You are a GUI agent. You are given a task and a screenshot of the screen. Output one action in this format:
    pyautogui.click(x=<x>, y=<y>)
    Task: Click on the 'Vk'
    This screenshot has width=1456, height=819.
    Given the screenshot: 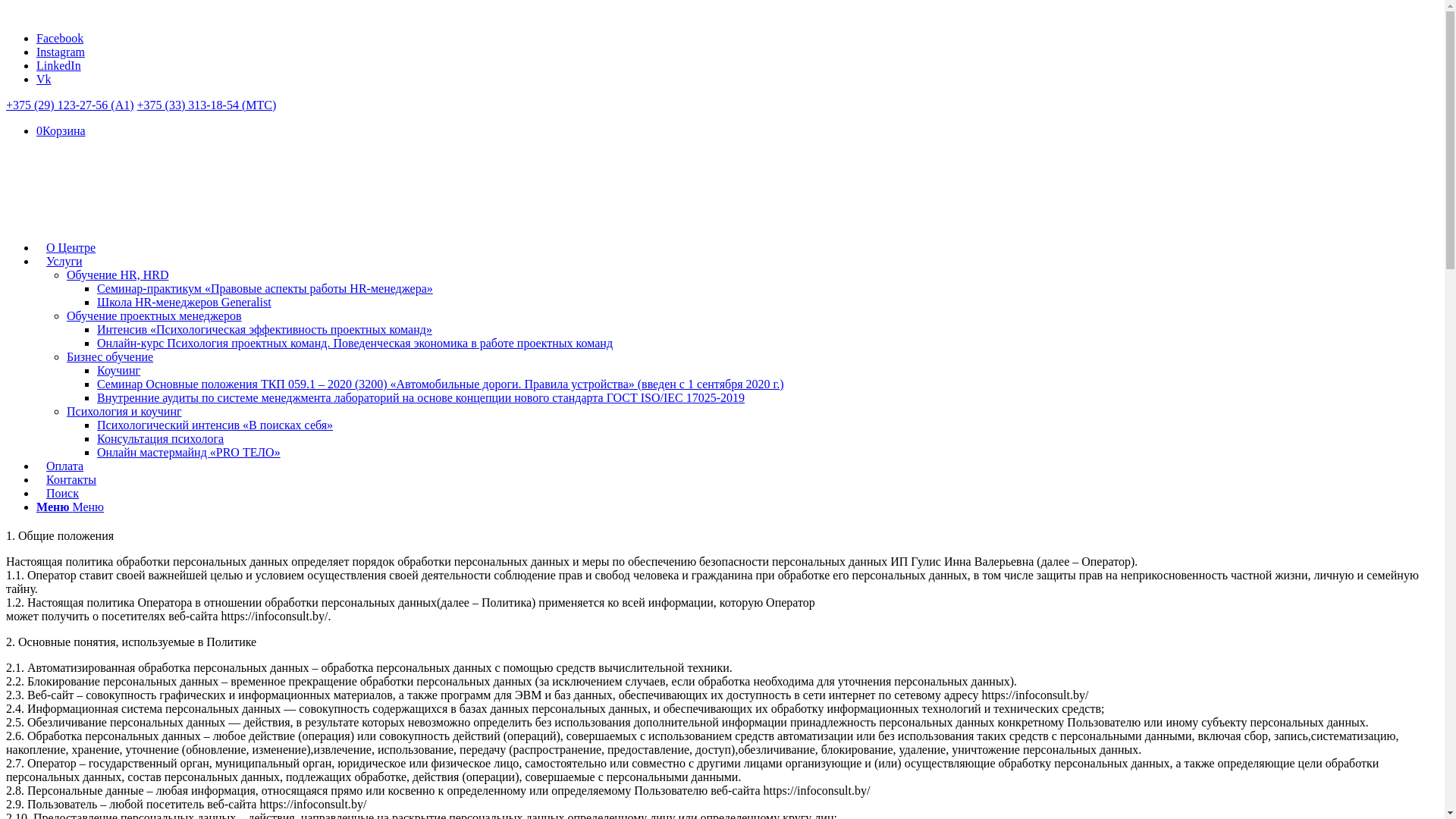 What is the action you would take?
    pyautogui.click(x=43, y=79)
    